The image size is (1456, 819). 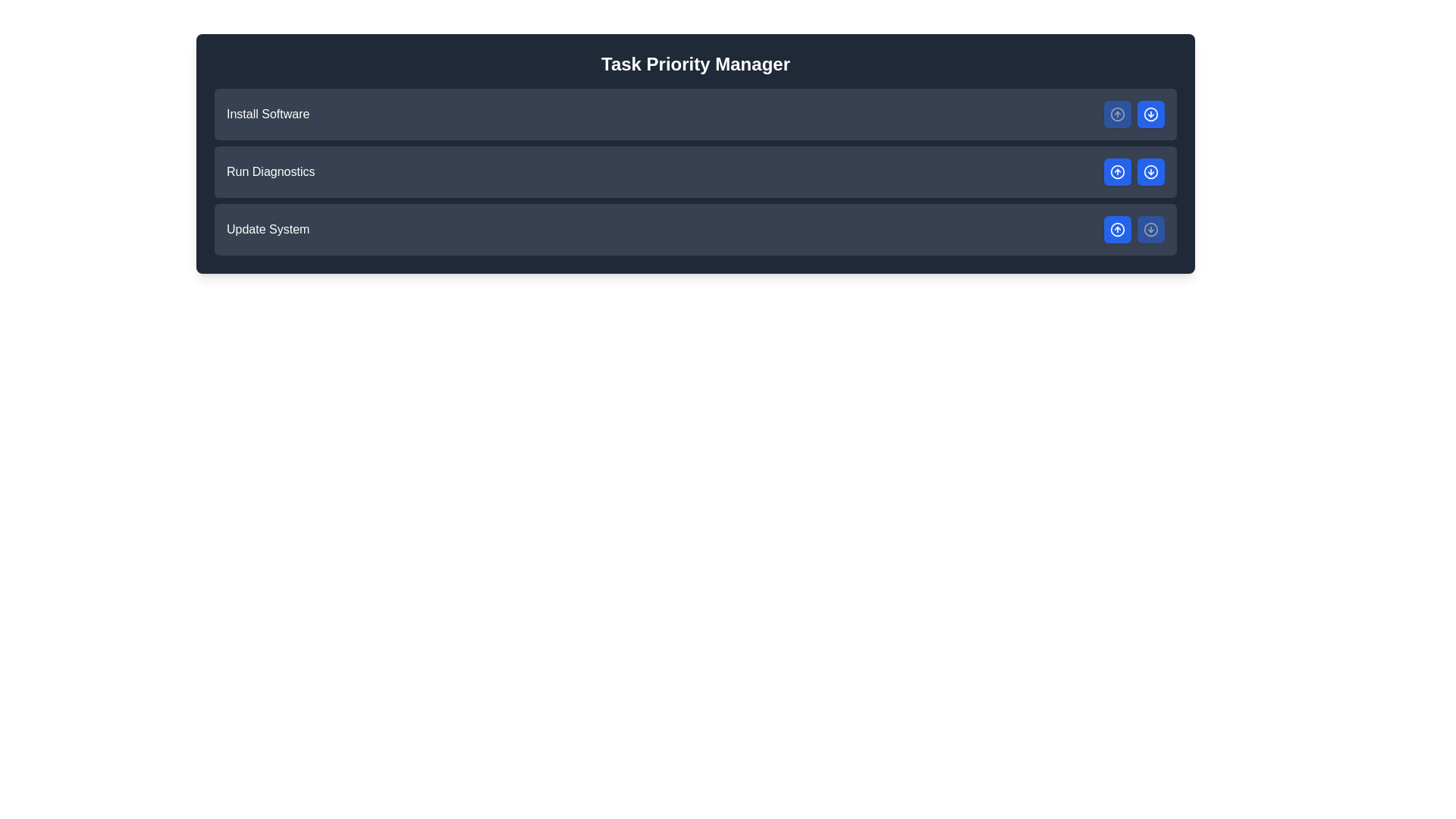 I want to click on the minimalistic circular icon with a downward arrow, located on the rightmost side of the second row in a task management interface, so click(x=1150, y=113).